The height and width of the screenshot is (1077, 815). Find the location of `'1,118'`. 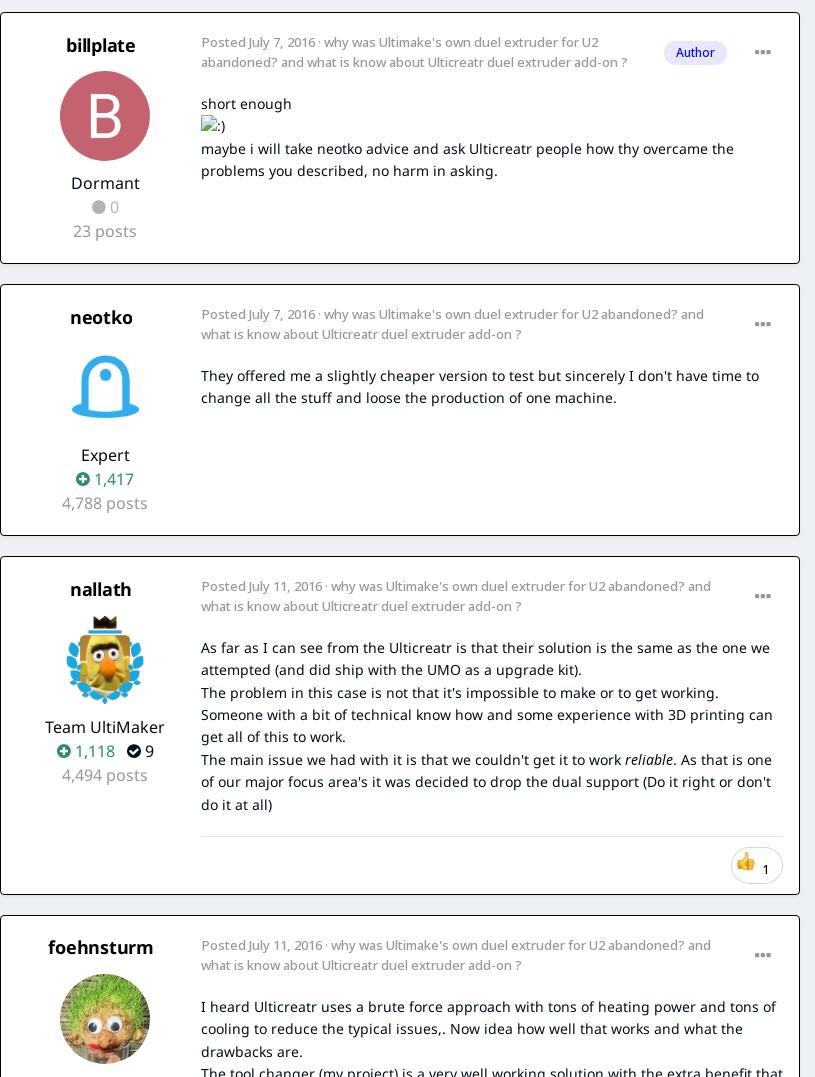

'1,118' is located at coordinates (91, 749).